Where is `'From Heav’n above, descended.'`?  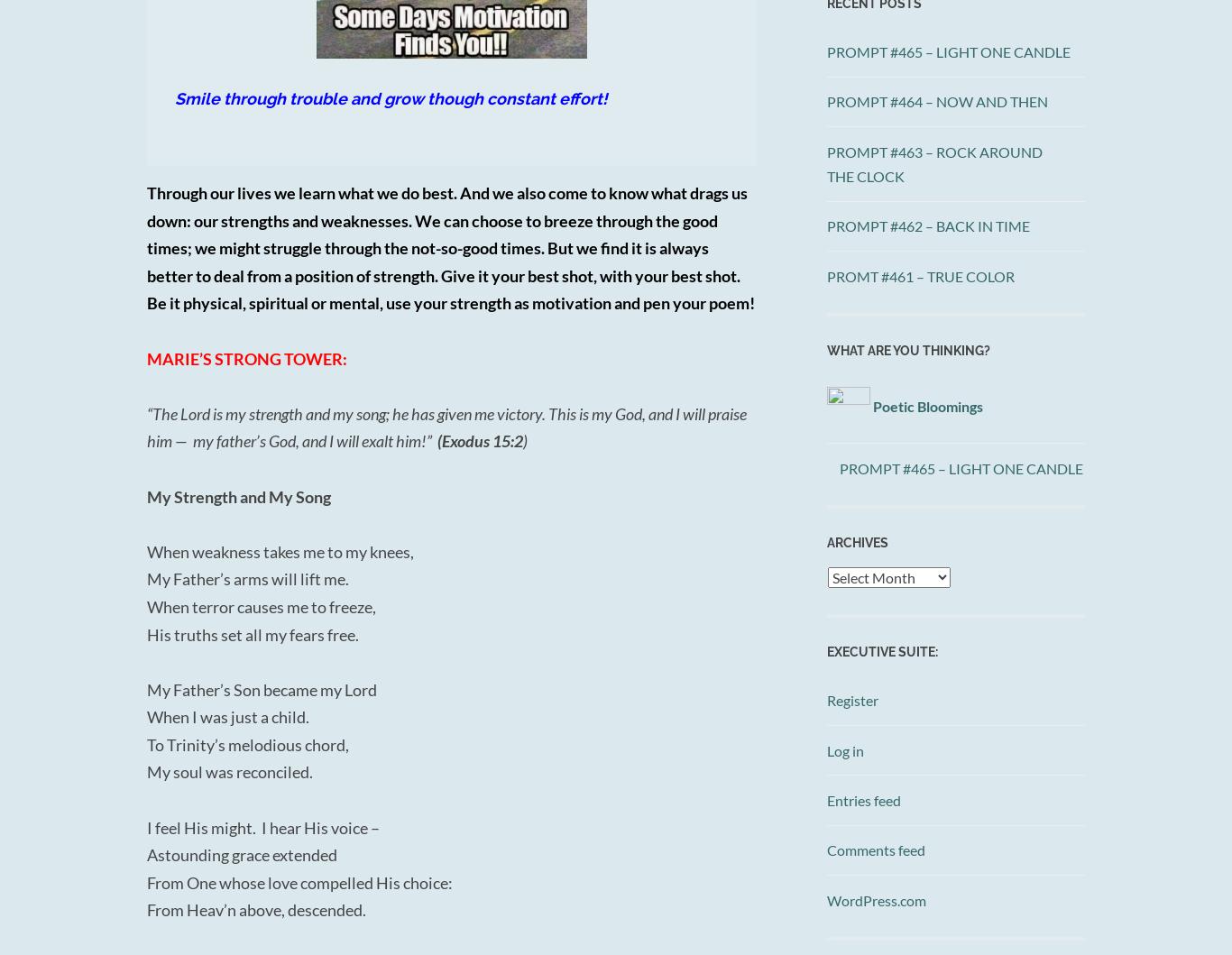
'From Heav’n above, descended.' is located at coordinates (145, 909).